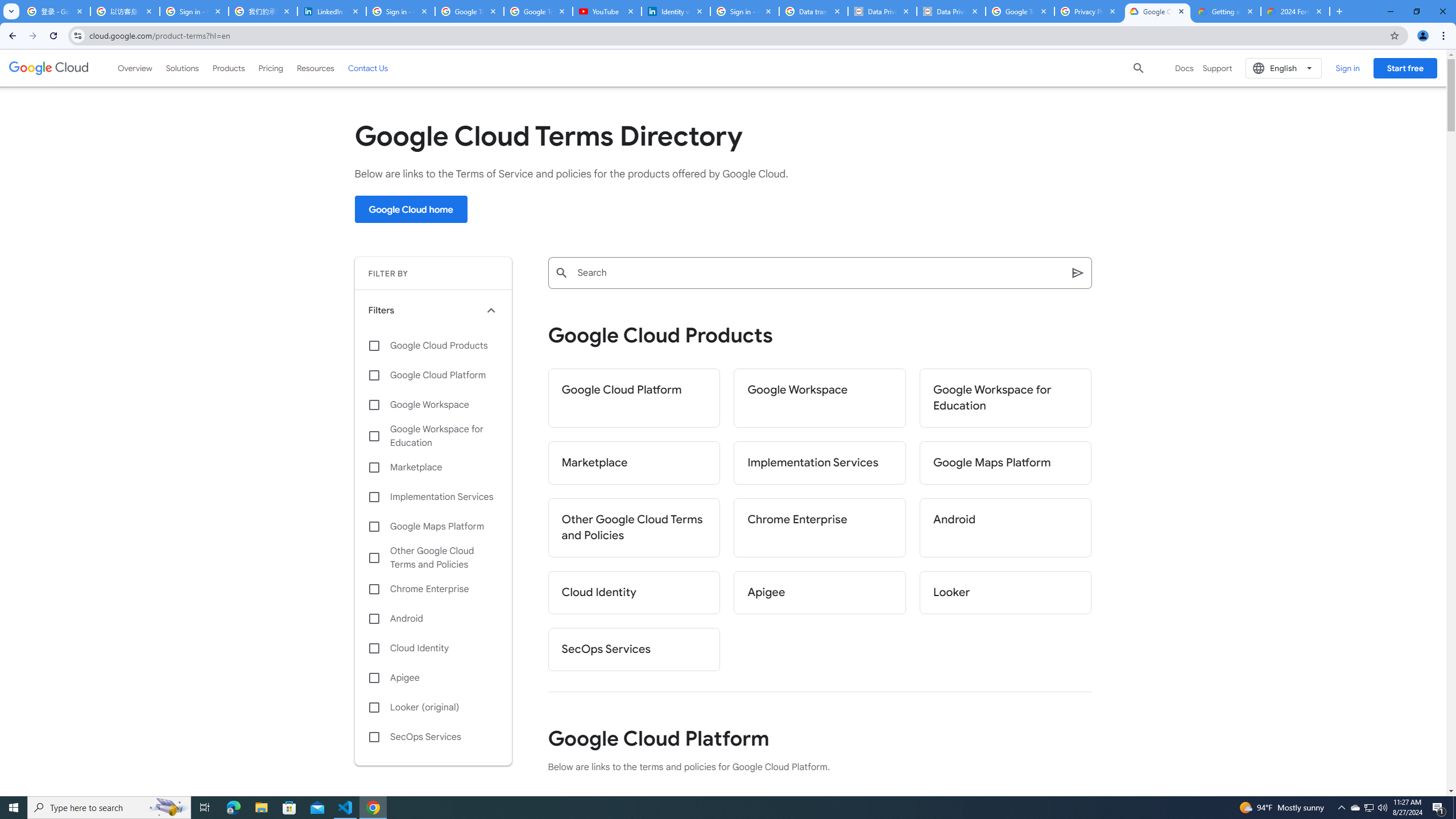 Image resolution: width=1456 pixels, height=819 pixels. I want to click on 'Marketplace', so click(633, 462).